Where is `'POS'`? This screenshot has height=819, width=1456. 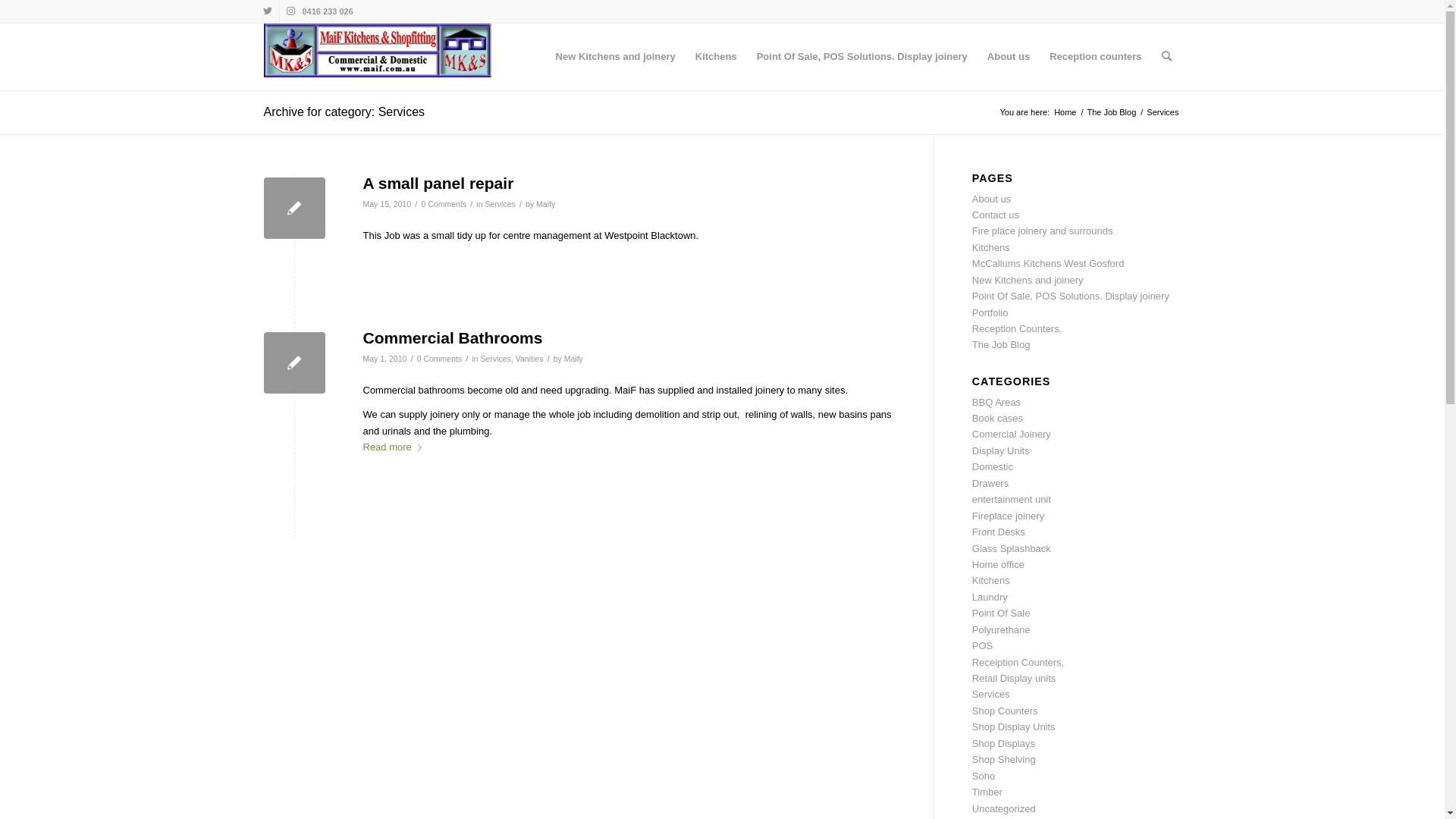 'POS' is located at coordinates (982, 645).